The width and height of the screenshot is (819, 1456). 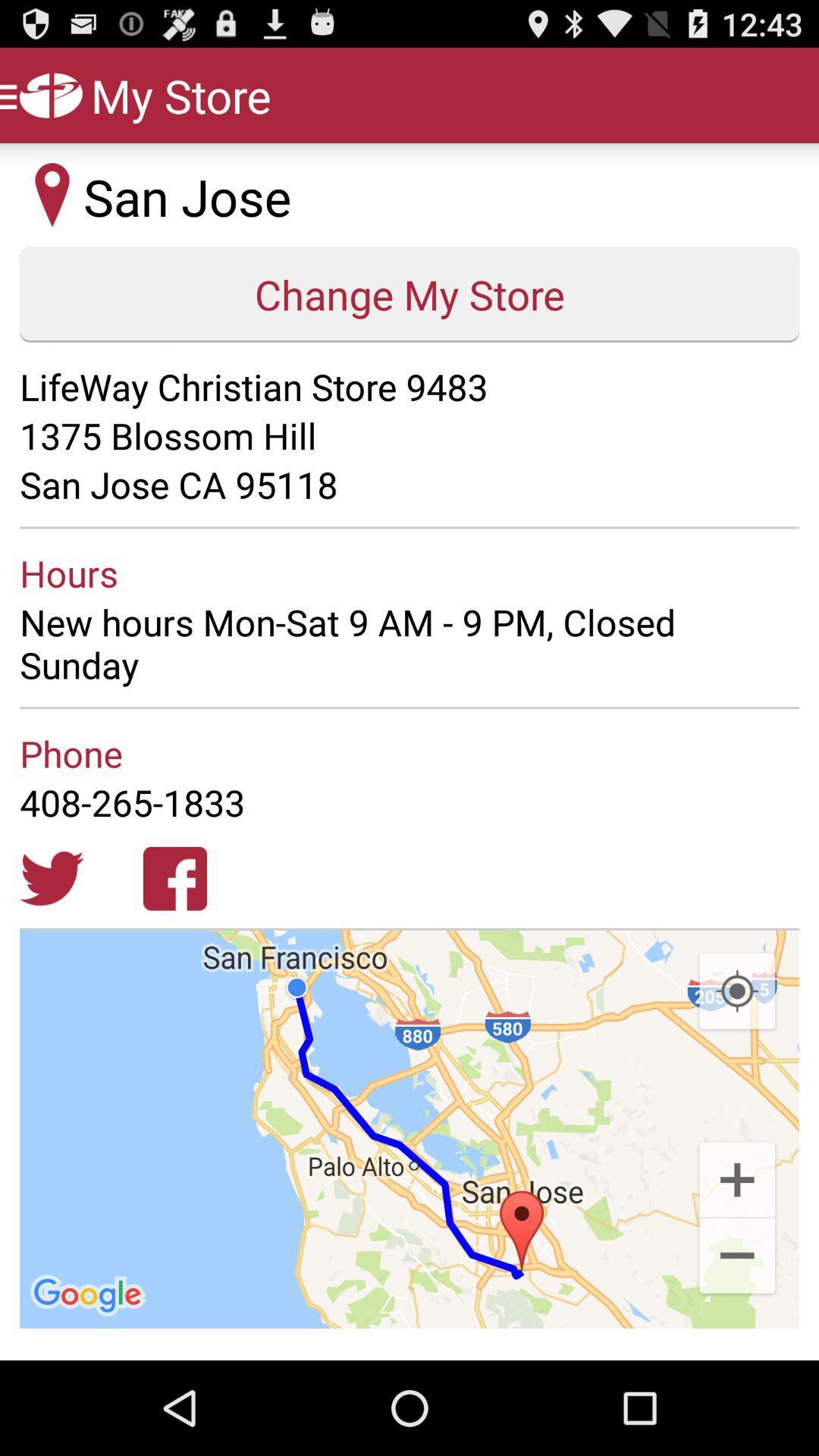 What do you see at coordinates (174, 878) in the screenshot?
I see `open facebook page` at bounding box center [174, 878].